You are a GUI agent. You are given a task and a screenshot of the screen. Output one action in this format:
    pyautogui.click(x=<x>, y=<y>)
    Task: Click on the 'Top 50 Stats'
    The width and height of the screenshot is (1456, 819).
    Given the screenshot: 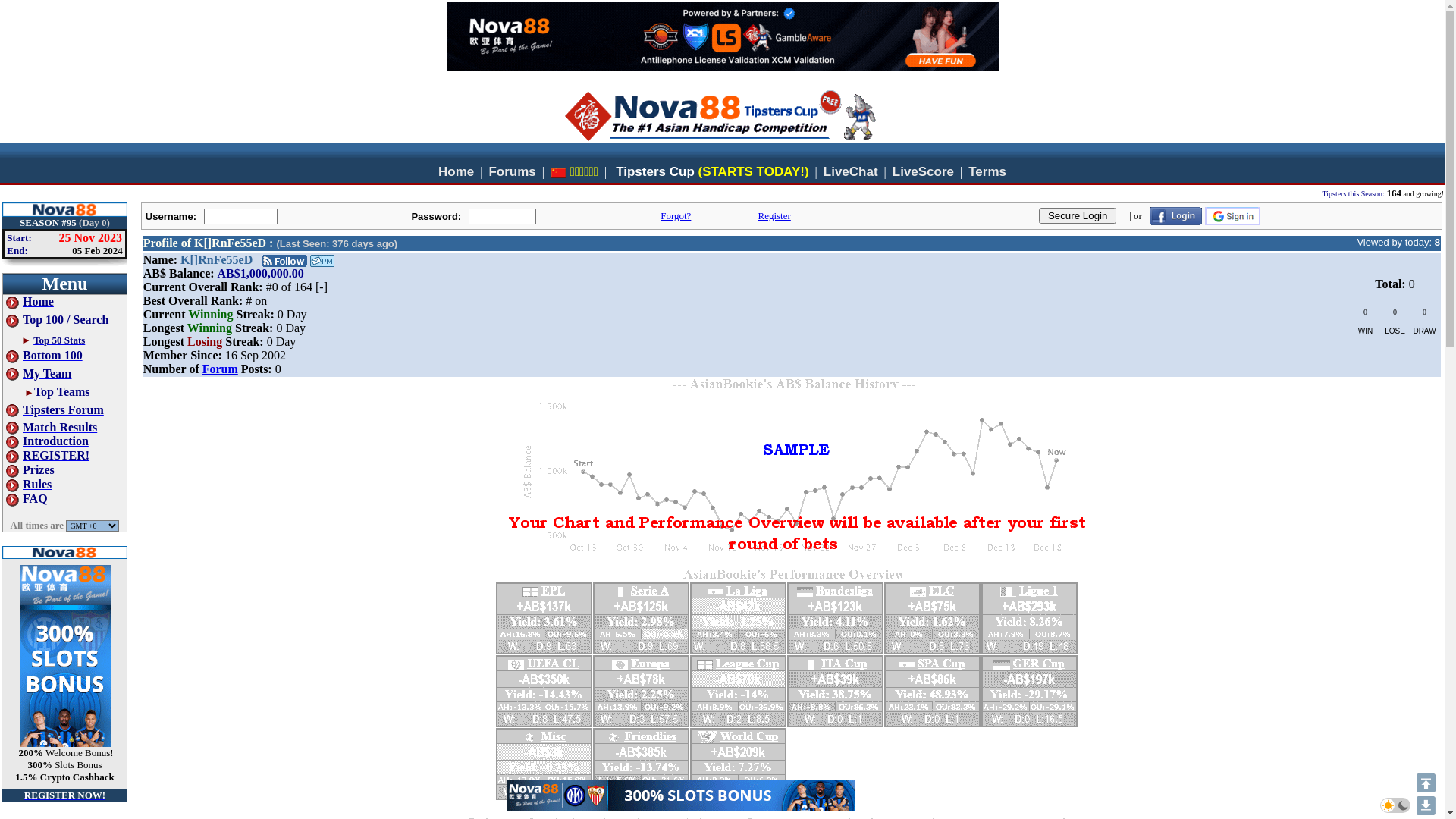 What is the action you would take?
    pyautogui.click(x=58, y=339)
    